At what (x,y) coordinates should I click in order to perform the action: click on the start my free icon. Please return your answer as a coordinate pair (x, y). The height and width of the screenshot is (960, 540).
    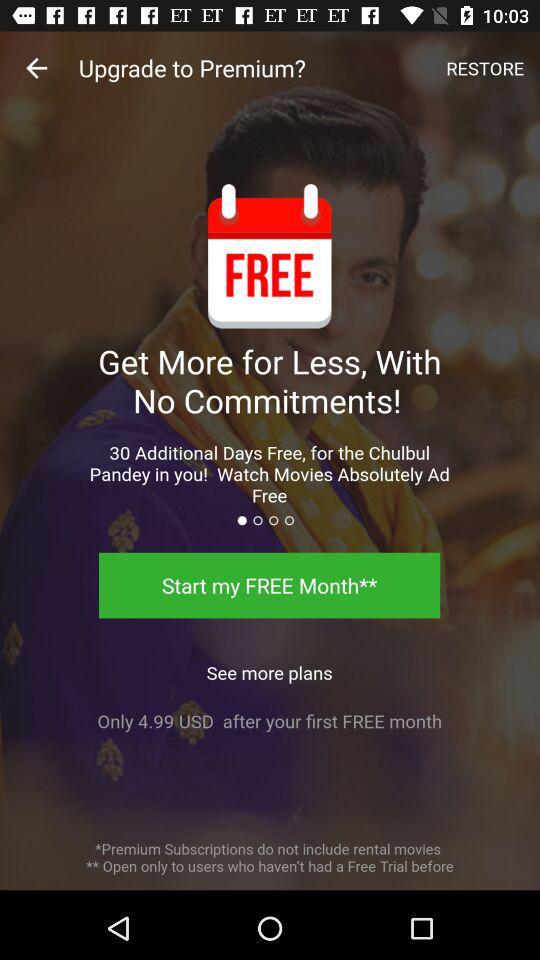
    Looking at the image, I should click on (269, 585).